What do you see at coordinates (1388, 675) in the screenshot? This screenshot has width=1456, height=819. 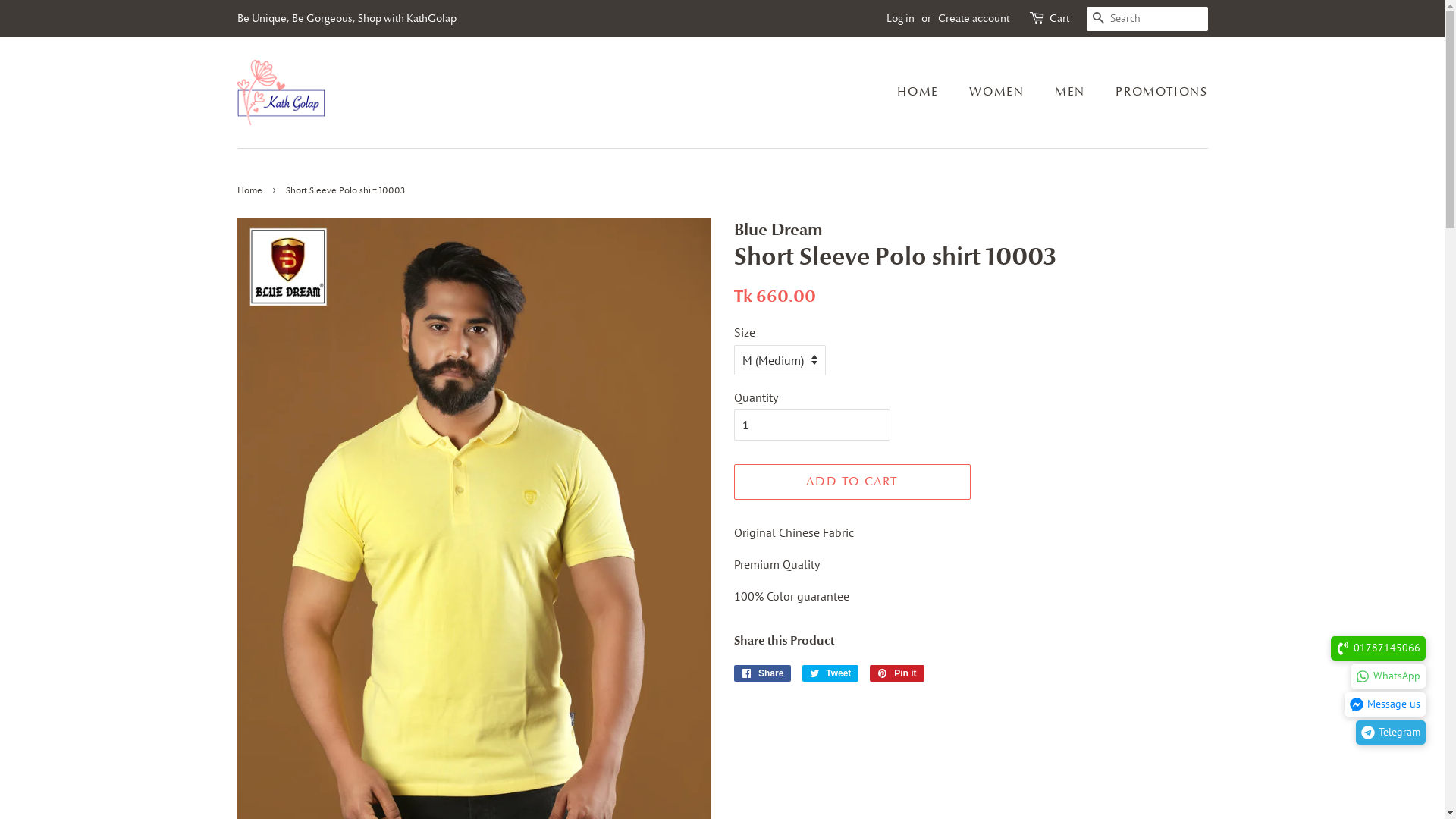 I see `'WhatsApp'` at bounding box center [1388, 675].